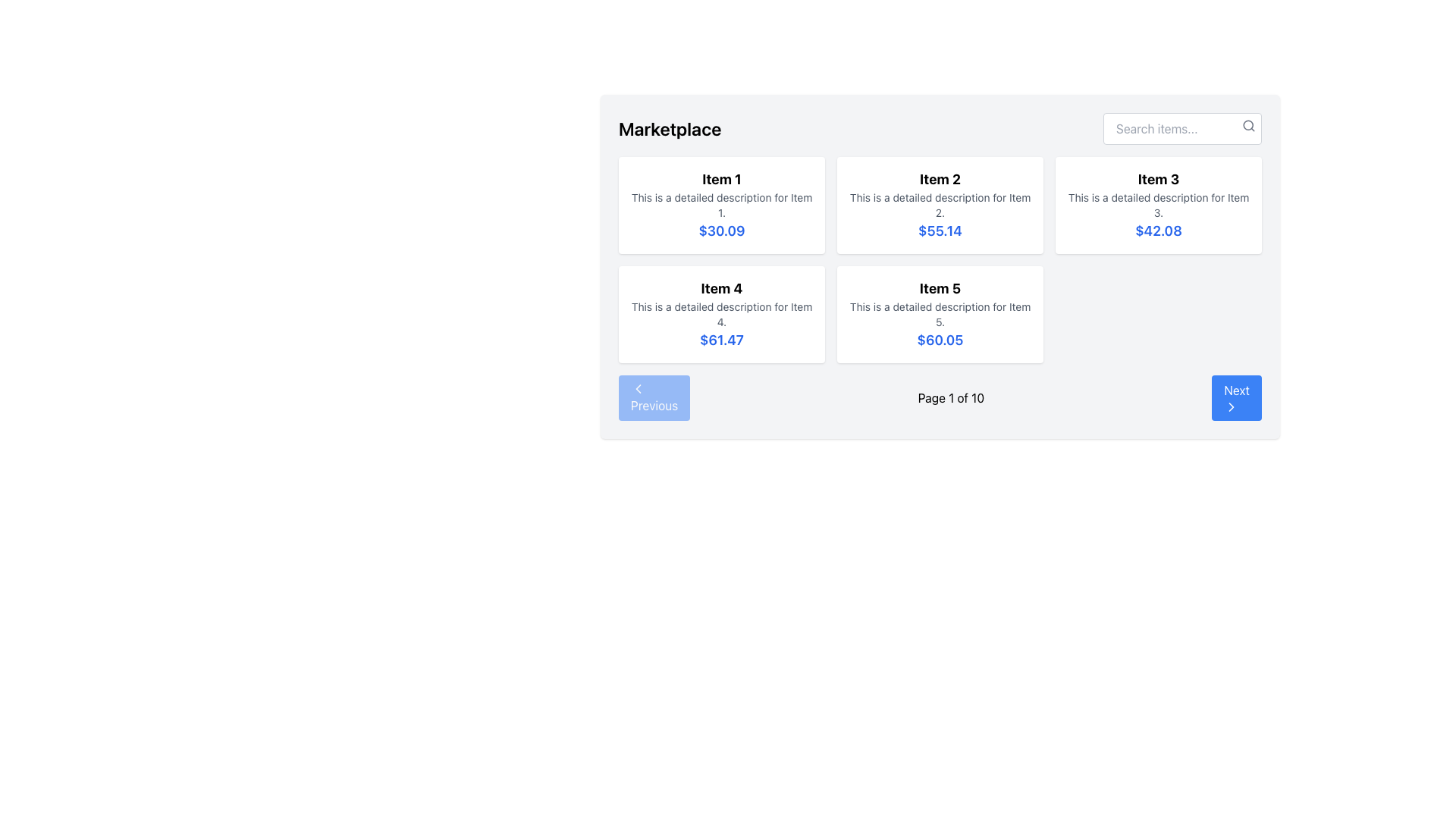 The image size is (1456, 819). I want to click on the text label that serves as the title for the card in the top-right card of a 2x3 grid under the 'Marketplace' header, so click(1157, 178).